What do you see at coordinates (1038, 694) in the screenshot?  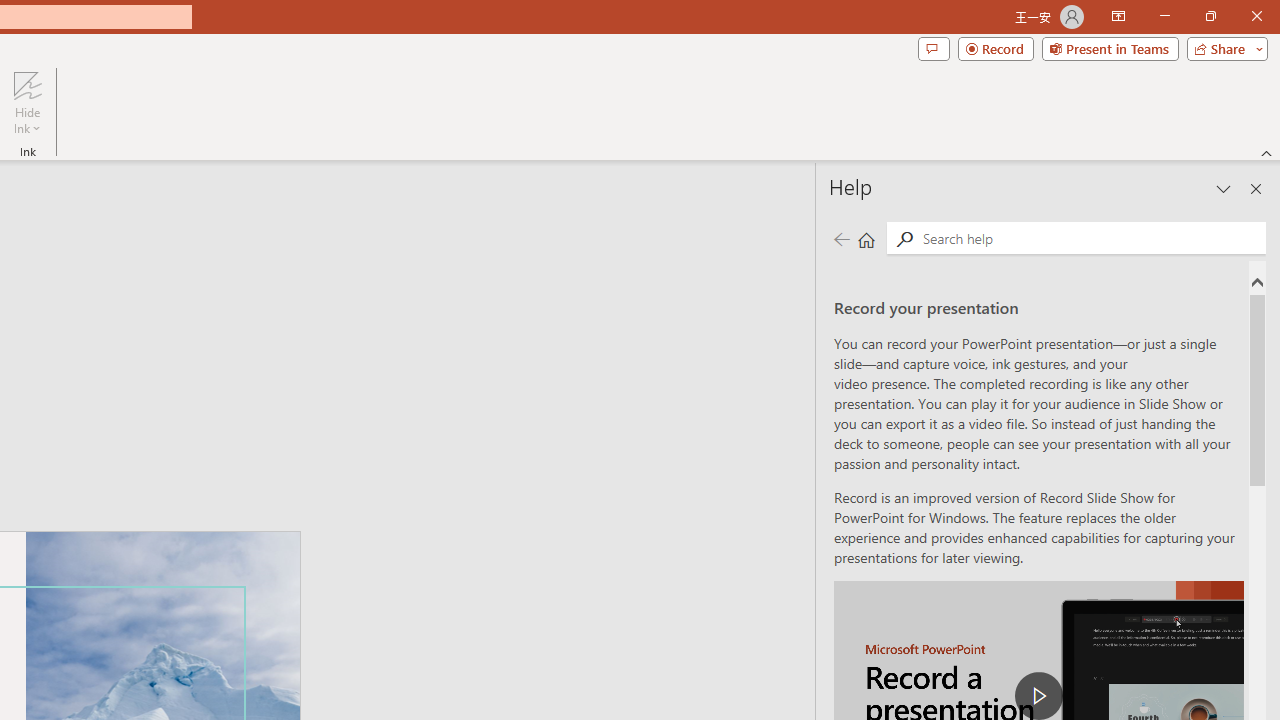 I see `'play Record a Presentation'` at bounding box center [1038, 694].